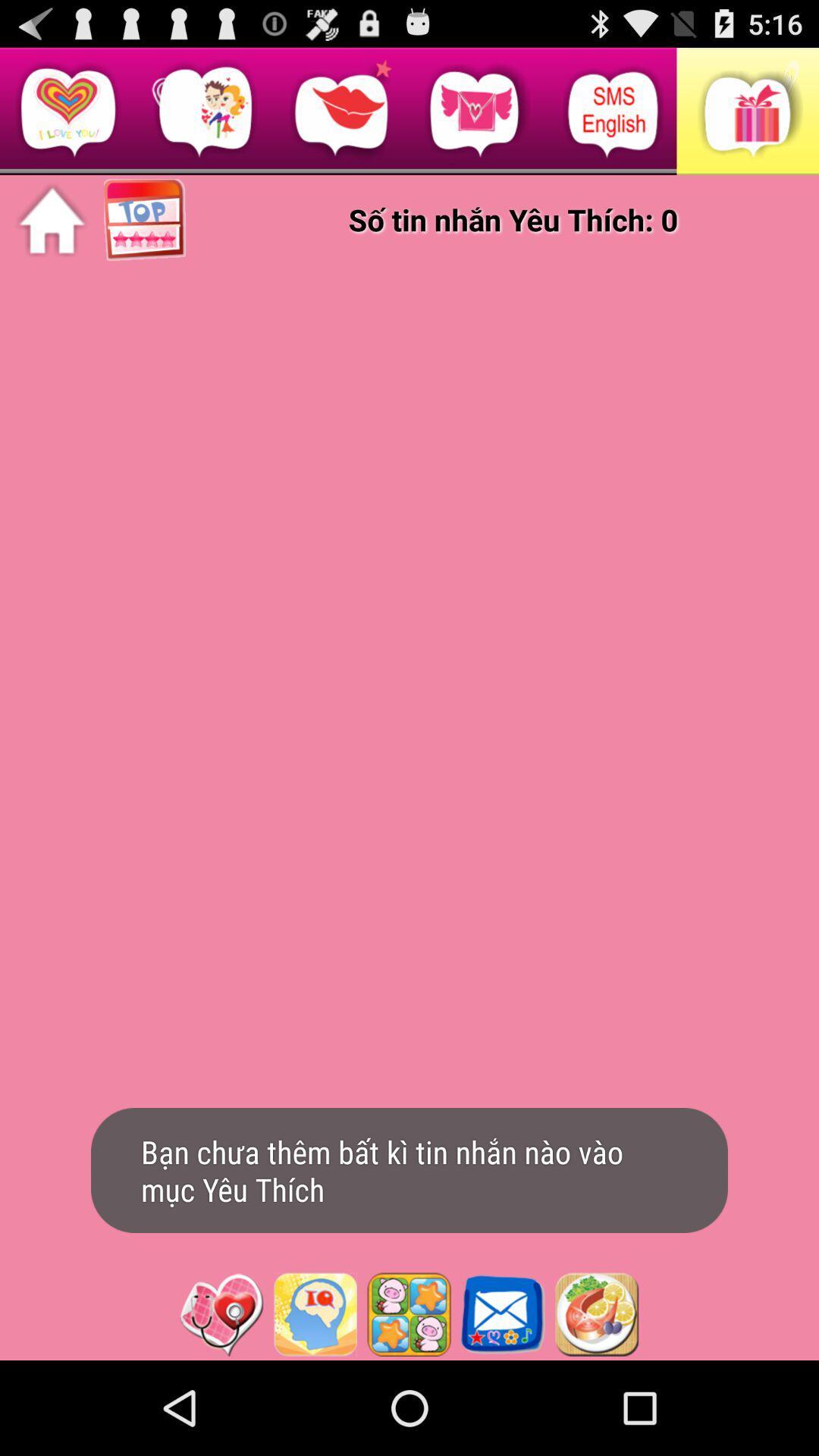 The width and height of the screenshot is (819, 1456). What do you see at coordinates (503, 1313) in the screenshot?
I see `message button` at bounding box center [503, 1313].